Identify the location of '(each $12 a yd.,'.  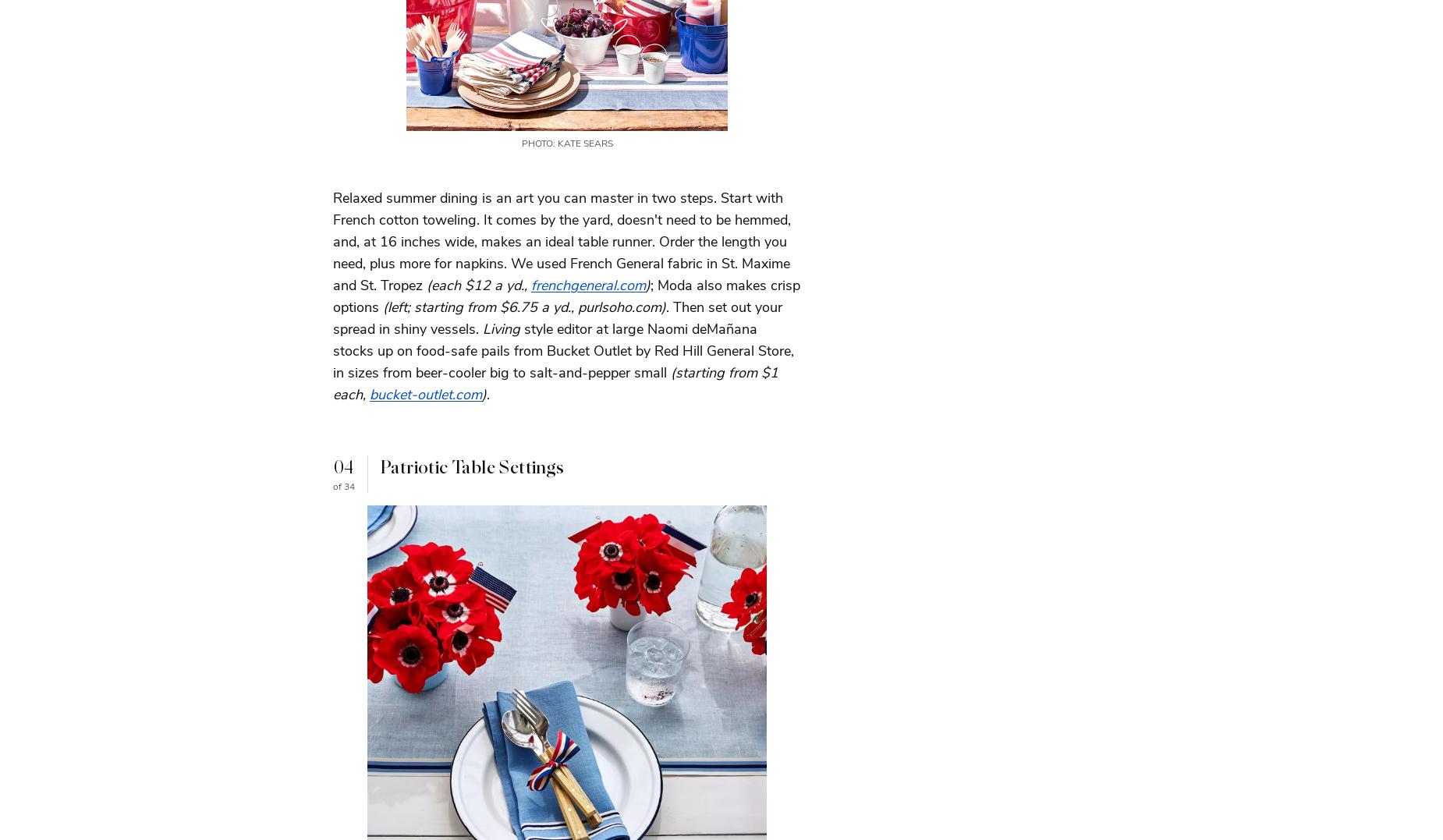
(479, 283).